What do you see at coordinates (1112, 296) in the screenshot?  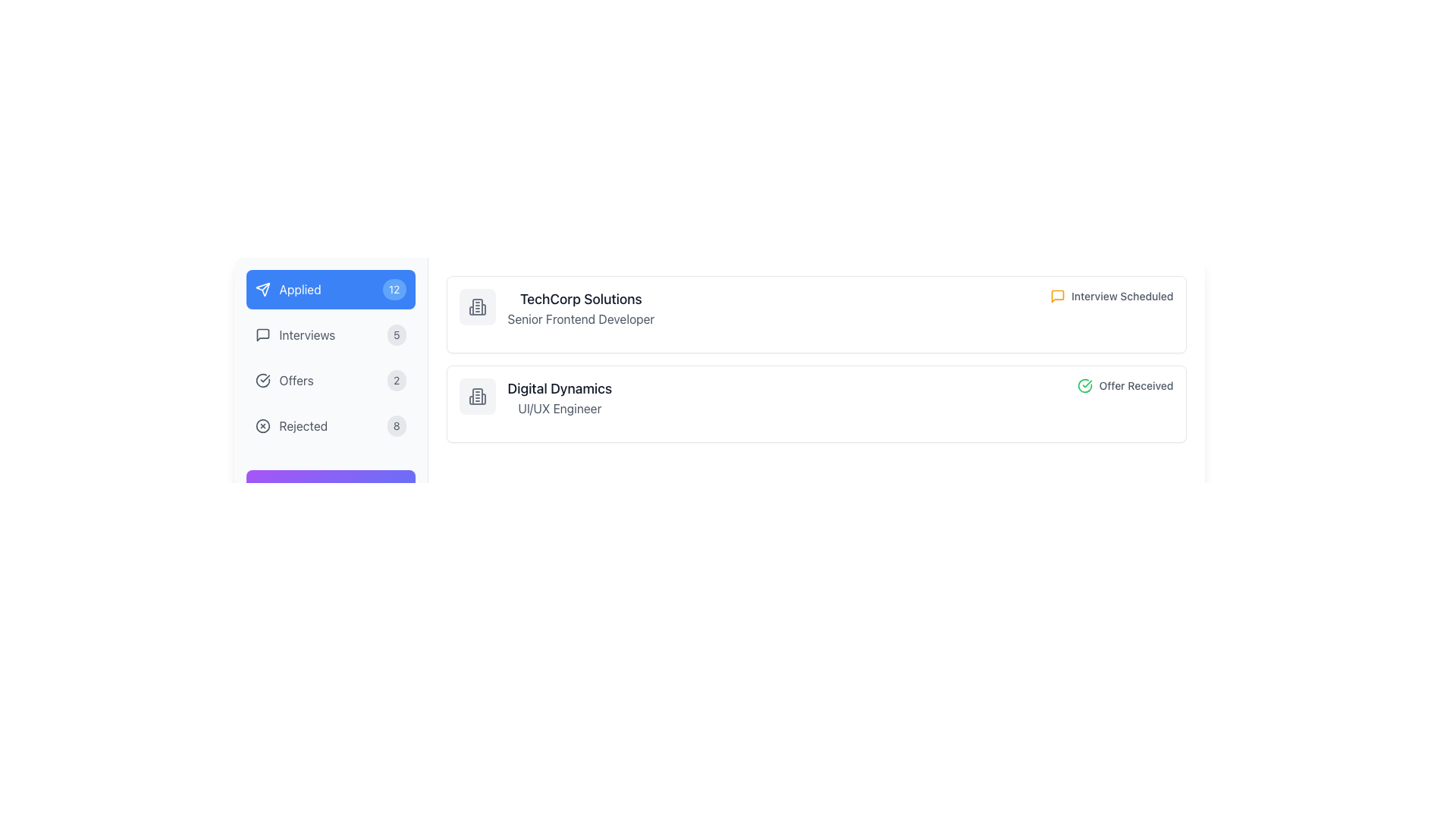 I see `the Status indicator, which is a speech bubble icon in amber color followed by the text 'Interview Scheduled' in medium gray, located at the top-right corner of the job listing for 'TechCorp Solutions Senior Frontend Developer'` at bounding box center [1112, 296].